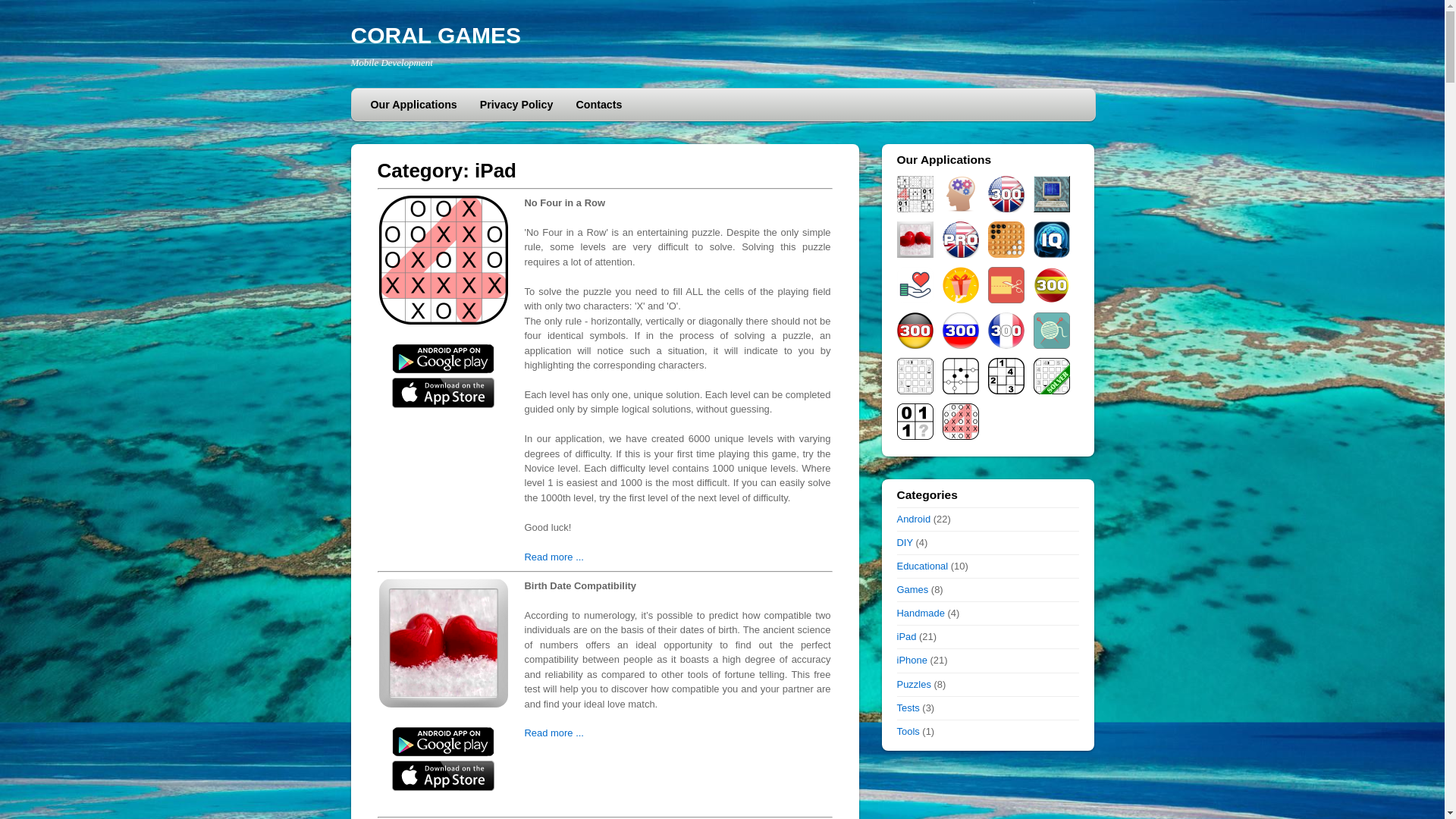  I want to click on 'CORAL GAMES', so click(435, 34).